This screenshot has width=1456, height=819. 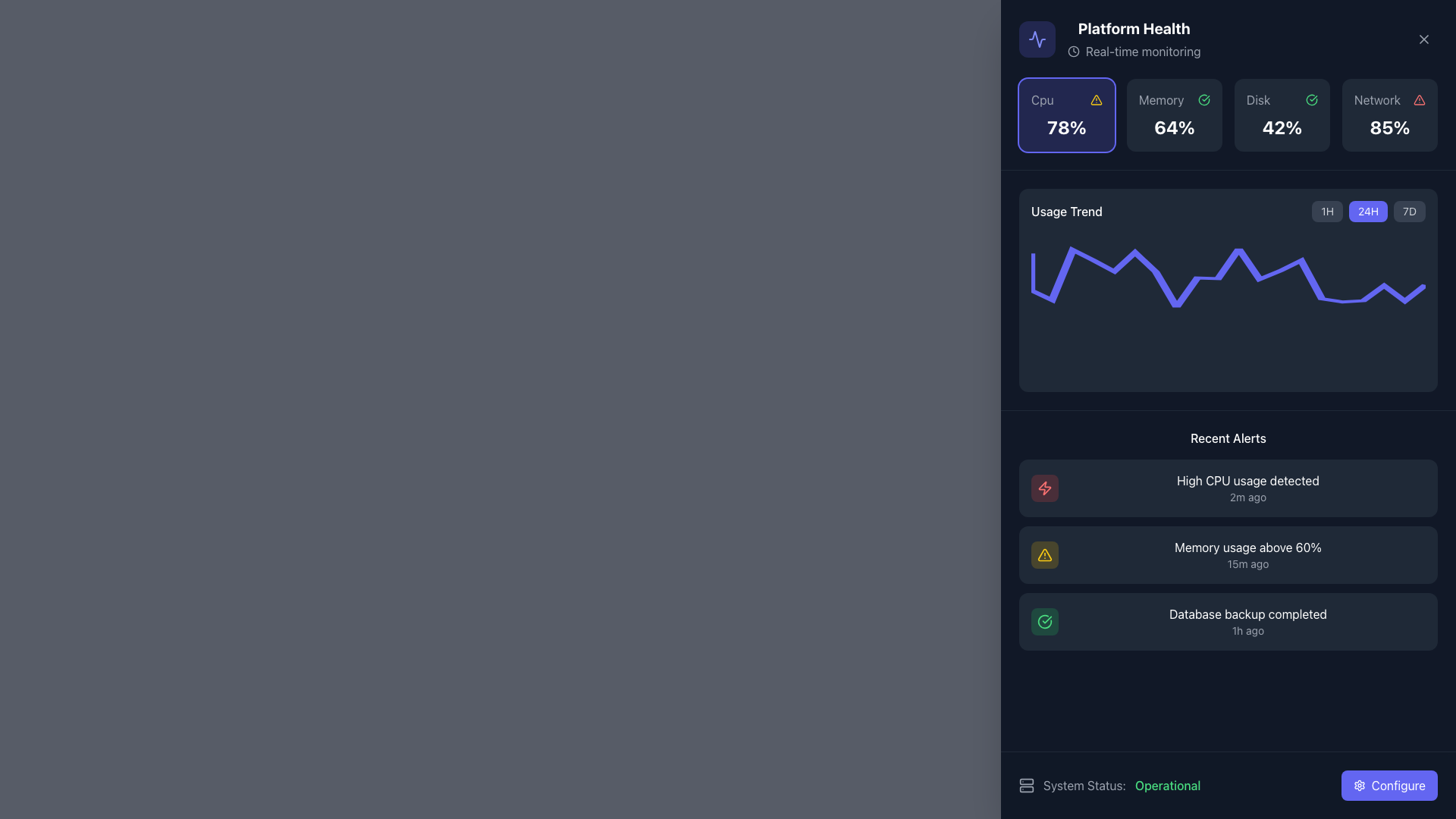 What do you see at coordinates (1084, 785) in the screenshot?
I see `the text label indicating the system's operational state, which precedes the 'Operational' text and follows a server icon` at bounding box center [1084, 785].